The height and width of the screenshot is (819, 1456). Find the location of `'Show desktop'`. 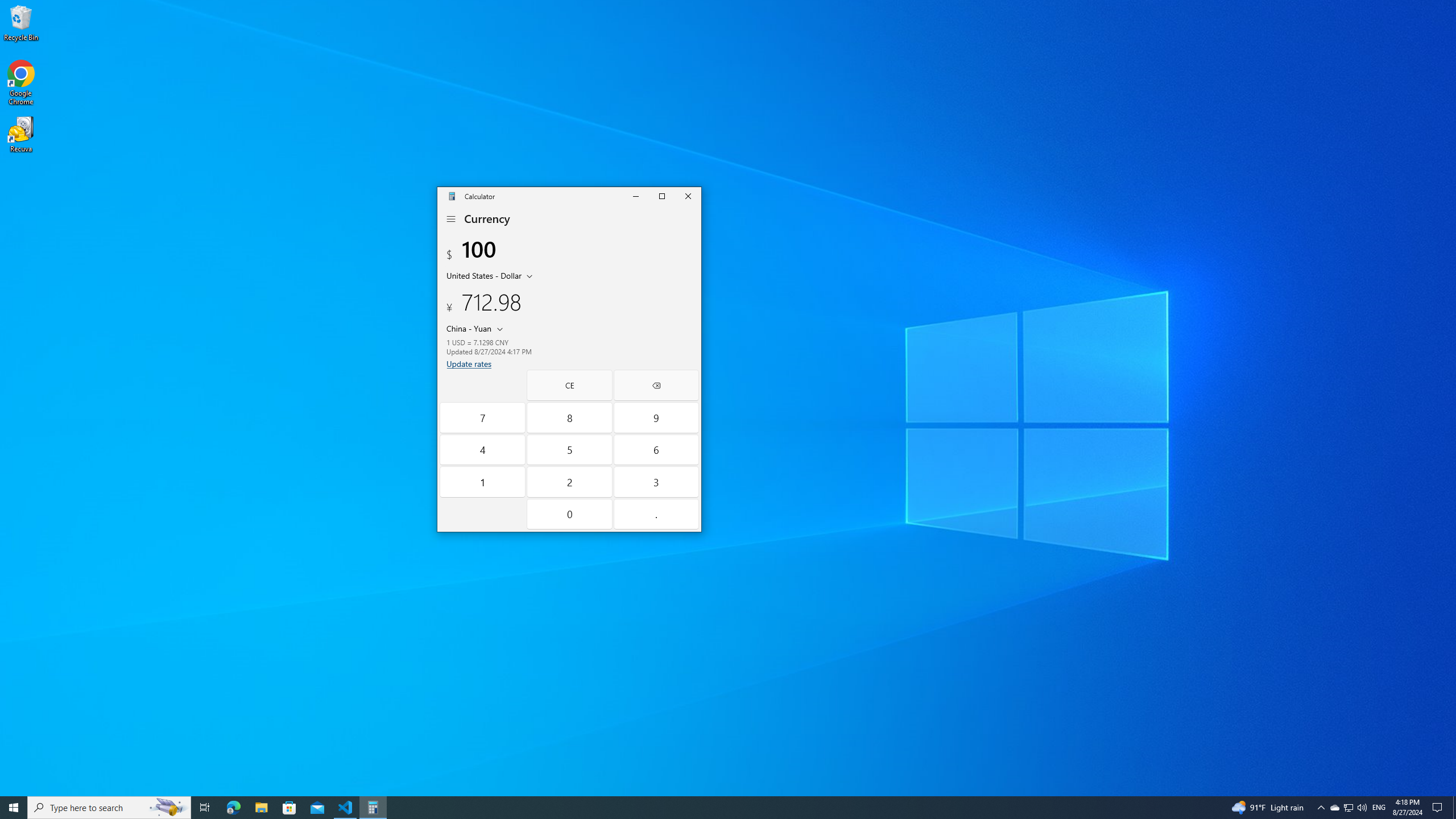

'Show desktop' is located at coordinates (1454, 806).